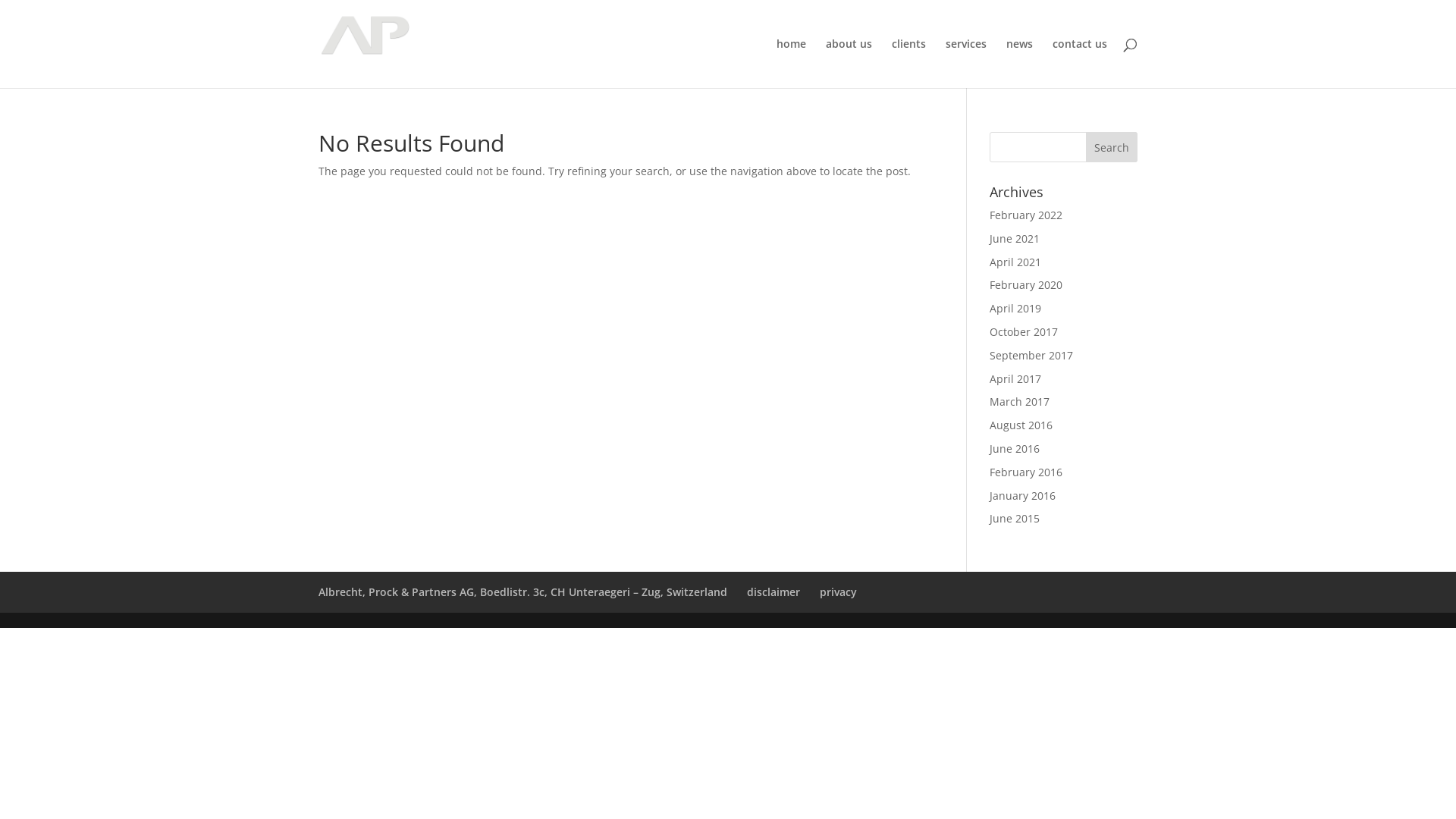  Describe the element at coordinates (776, 62) in the screenshot. I see `'home'` at that location.